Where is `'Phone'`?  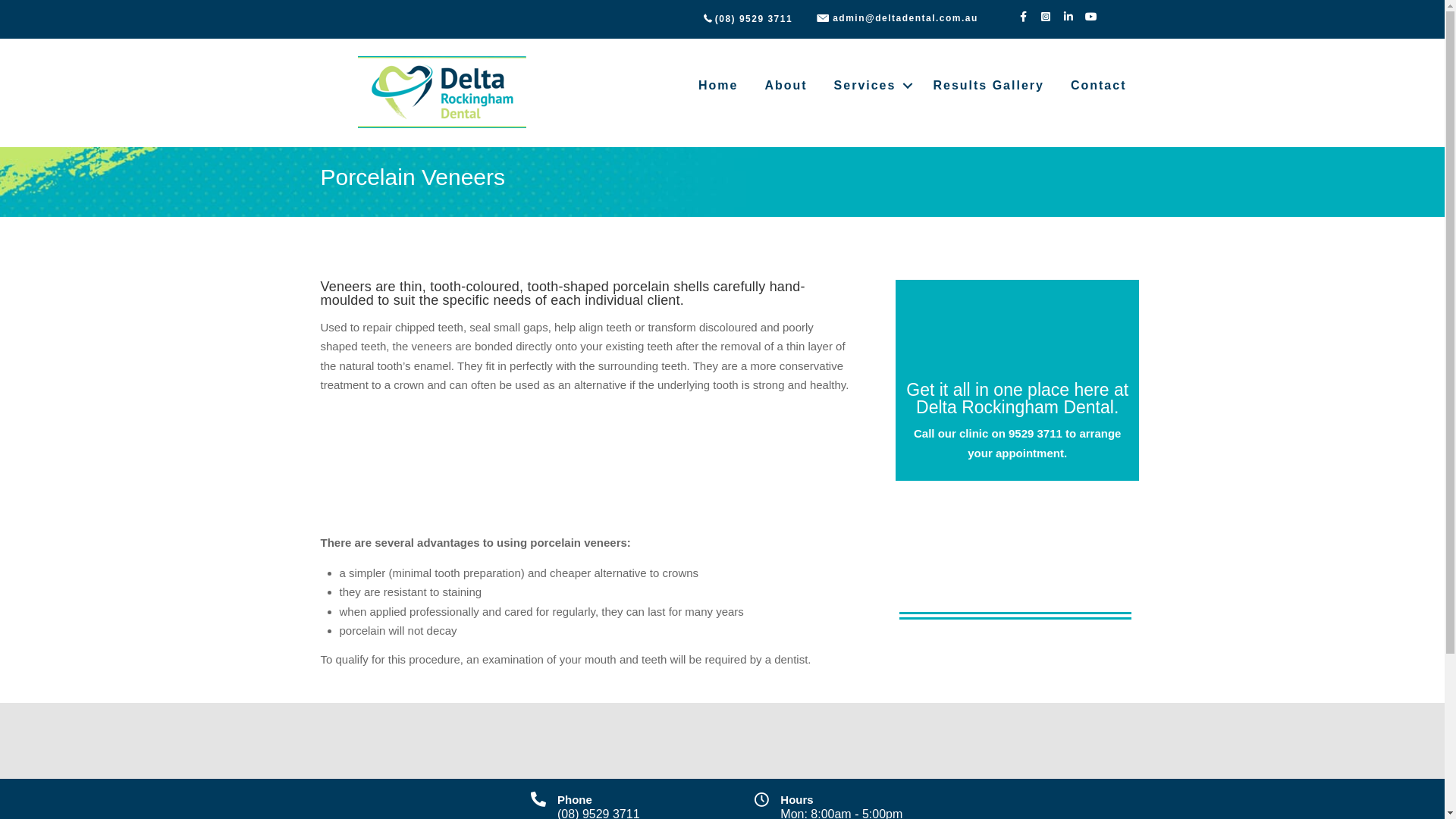
'Phone' is located at coordinates (574, 799).